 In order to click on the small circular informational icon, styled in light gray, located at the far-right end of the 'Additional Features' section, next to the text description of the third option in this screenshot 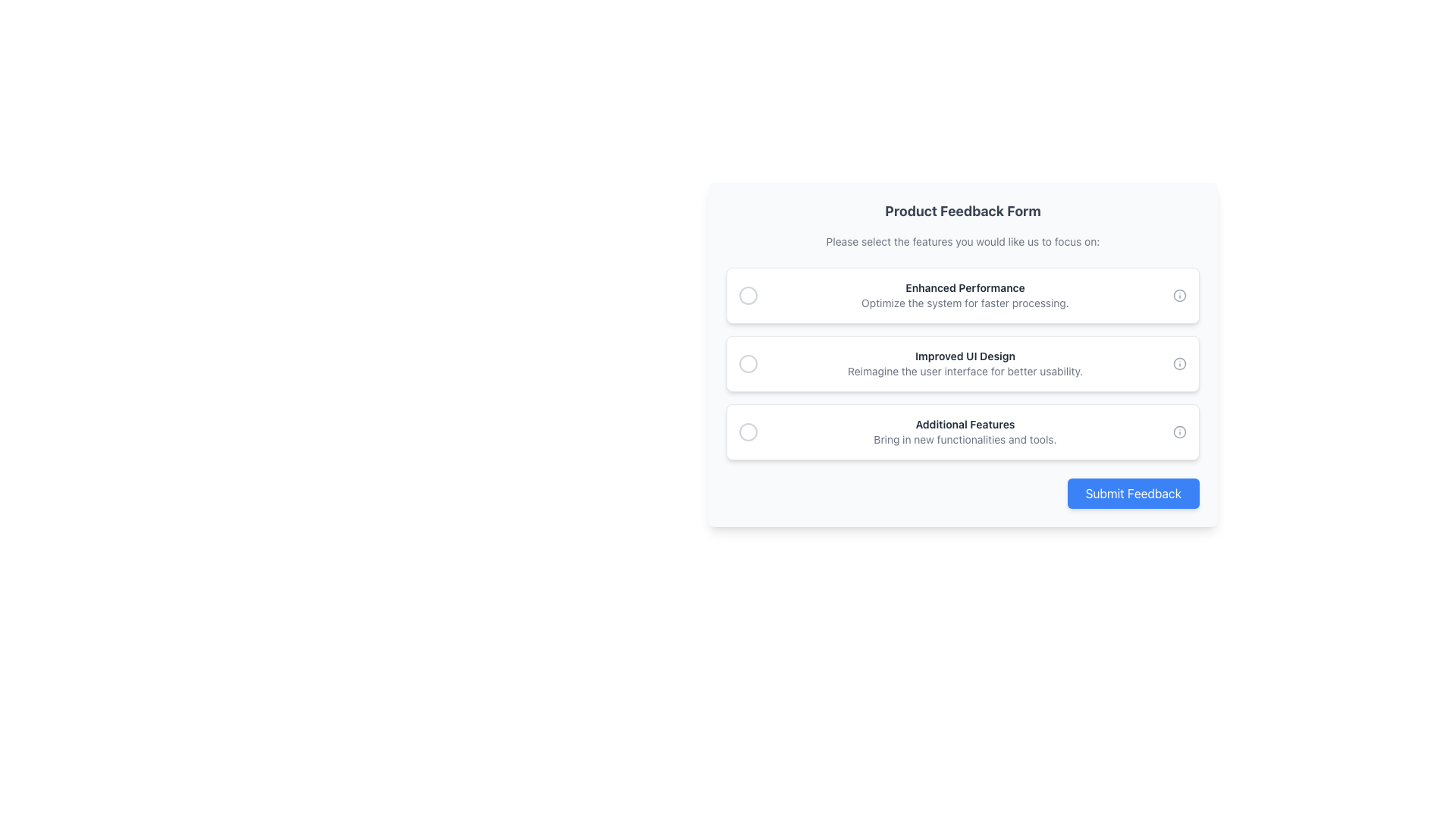, I will do `click(1178, 432)`.